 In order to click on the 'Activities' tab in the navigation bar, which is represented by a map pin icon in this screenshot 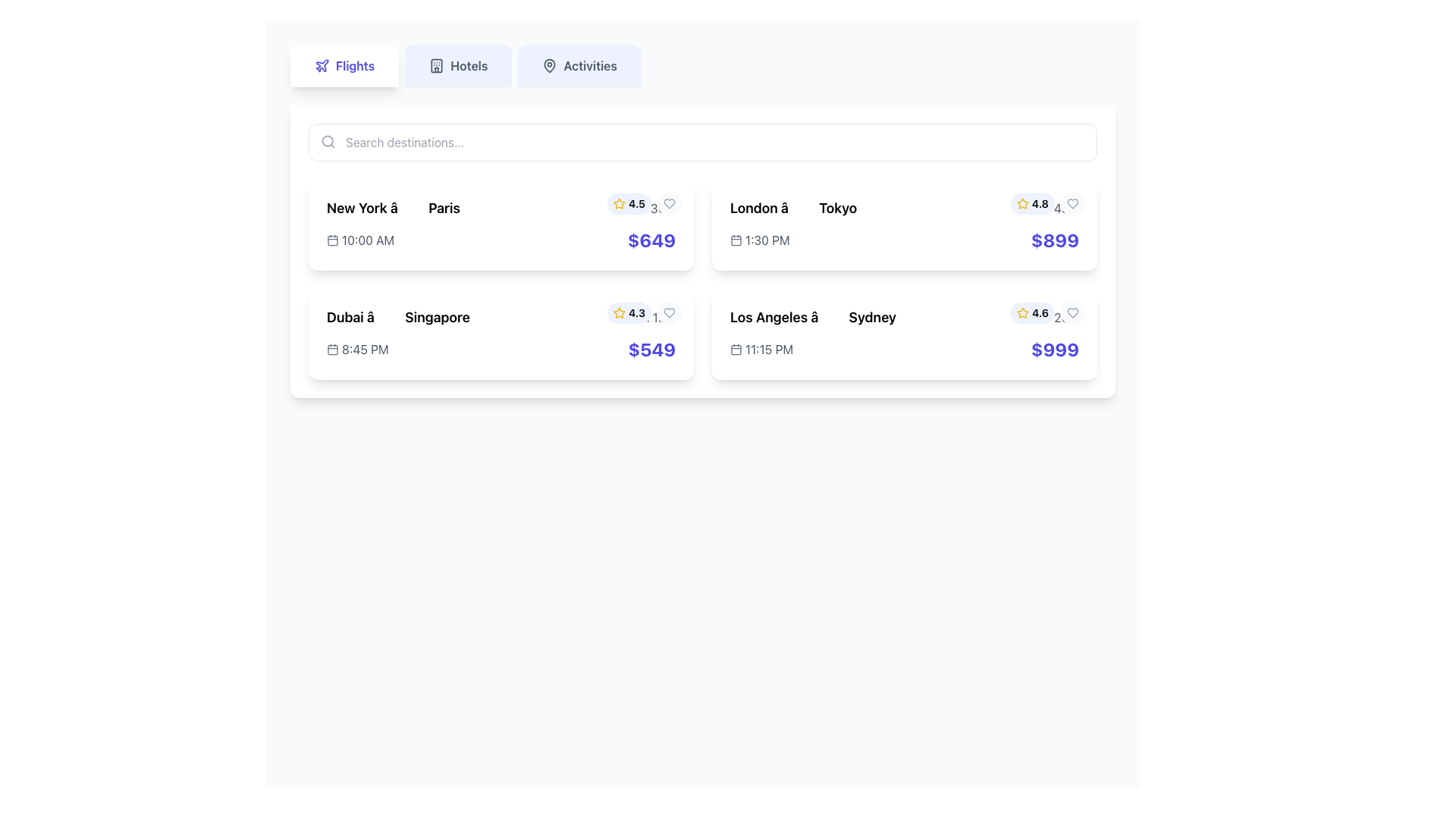, I will do `click(549, 65)`.